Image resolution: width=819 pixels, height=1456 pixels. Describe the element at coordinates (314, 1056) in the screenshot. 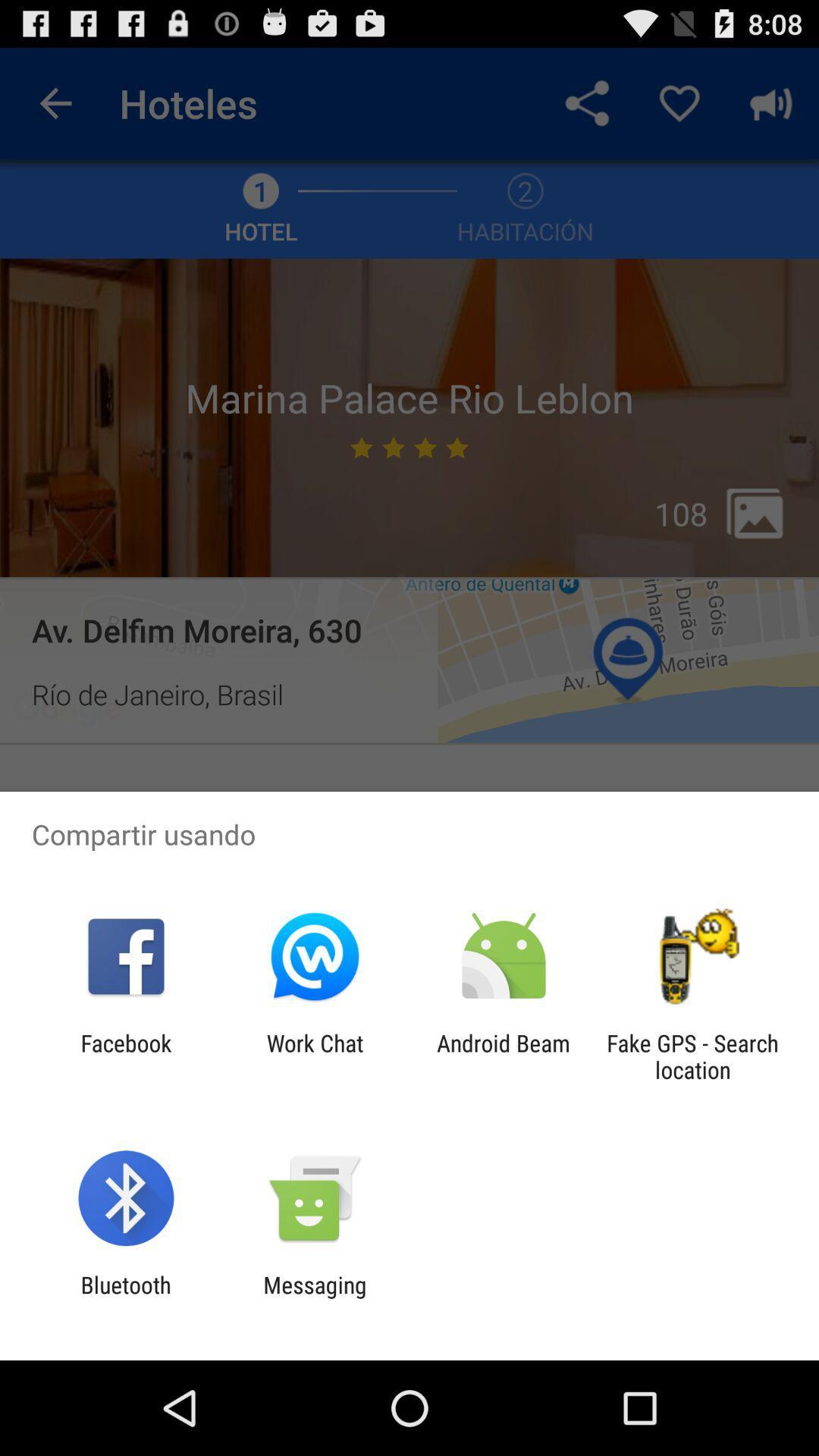

I see `the app next to the android beam icon` at that location.